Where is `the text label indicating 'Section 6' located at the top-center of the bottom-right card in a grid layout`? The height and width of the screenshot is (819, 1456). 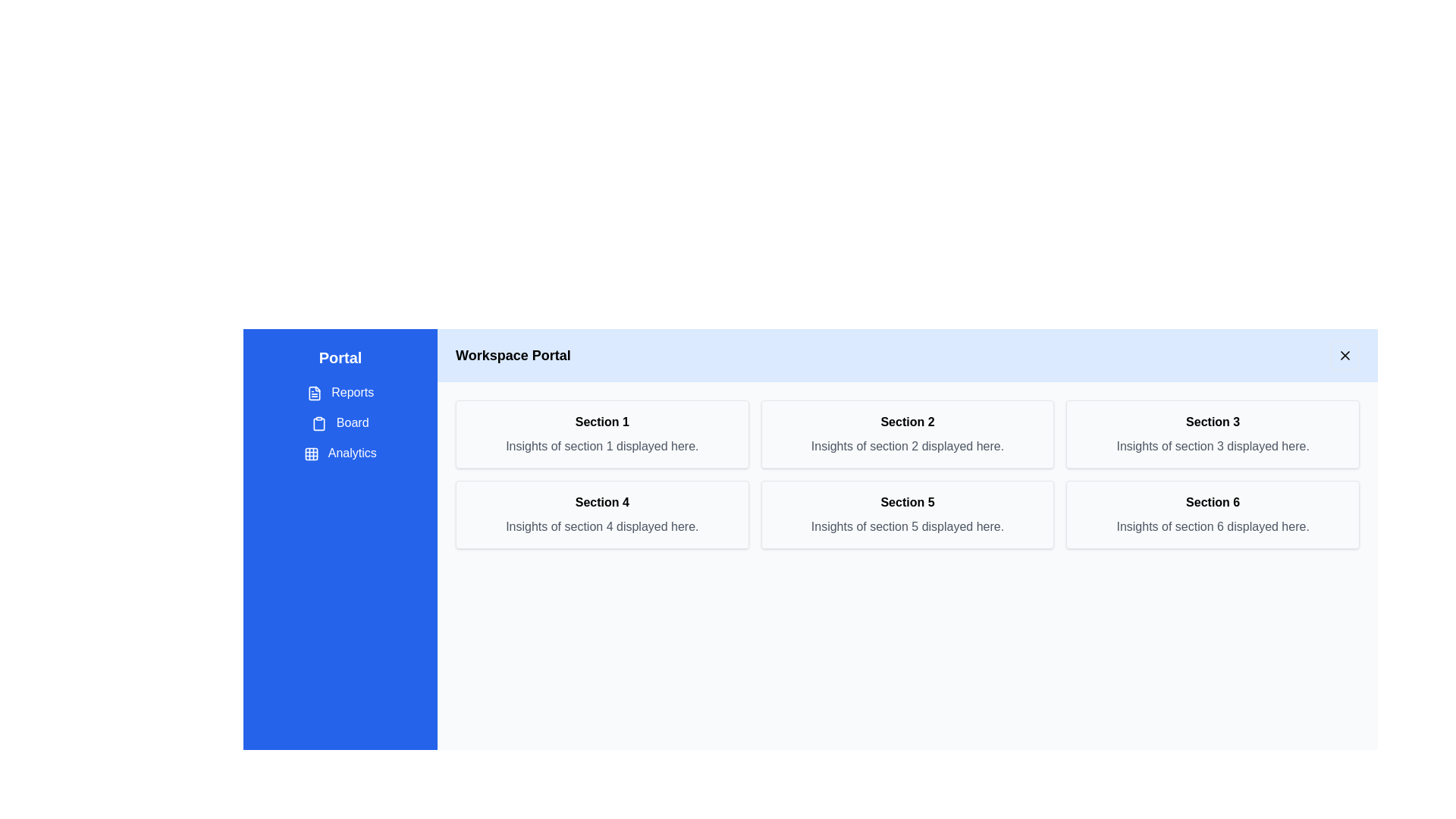
the text label indicating 'Section 6' located at the top-center of the bottom-right card in a grid layout is located at coordinates (1212, 503).